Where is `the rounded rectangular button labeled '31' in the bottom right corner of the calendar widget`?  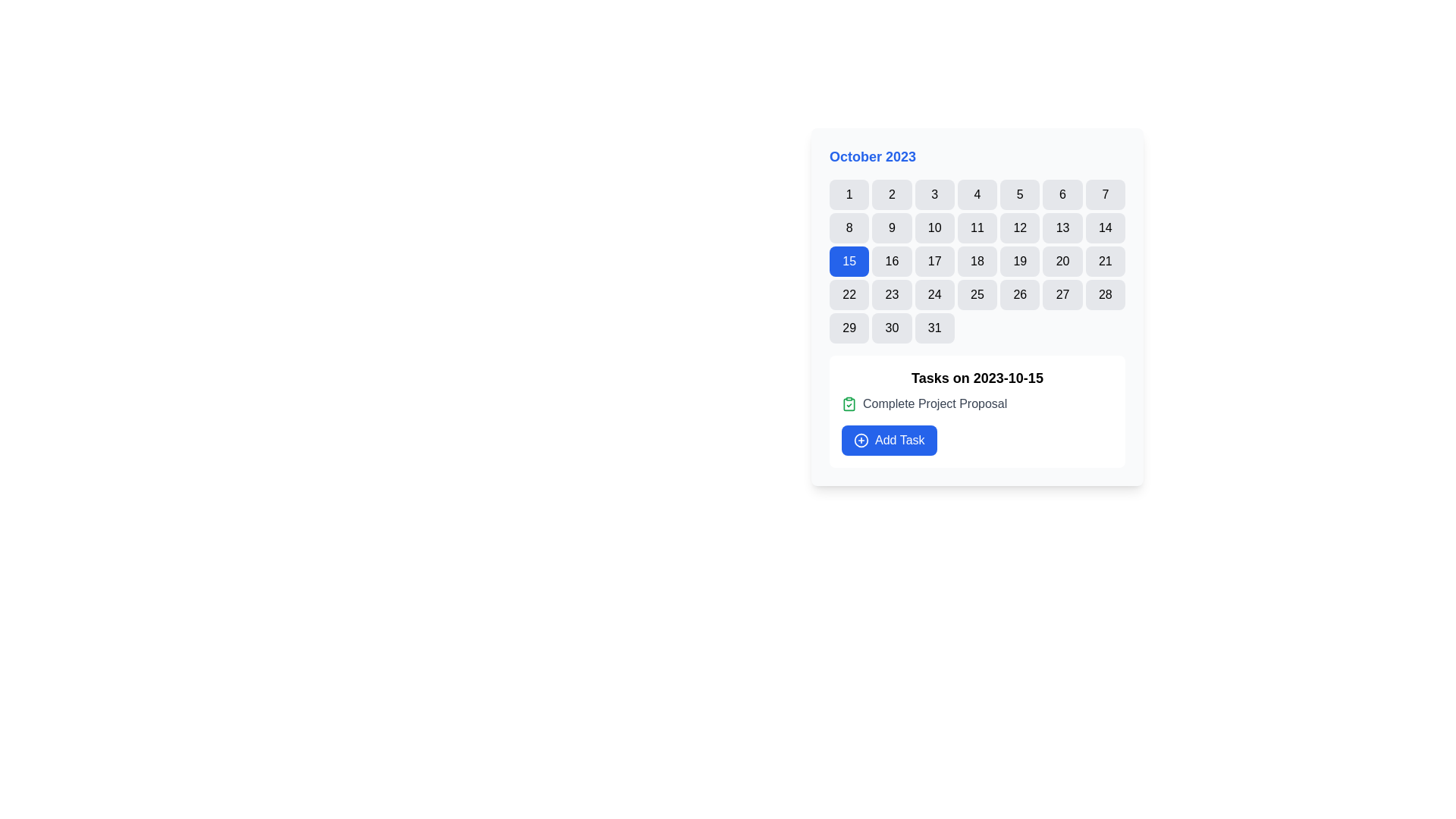
the rounded rectangular button labeled '31' in the bottom right corner of the calendar widget is located at coordinates (934, 327).